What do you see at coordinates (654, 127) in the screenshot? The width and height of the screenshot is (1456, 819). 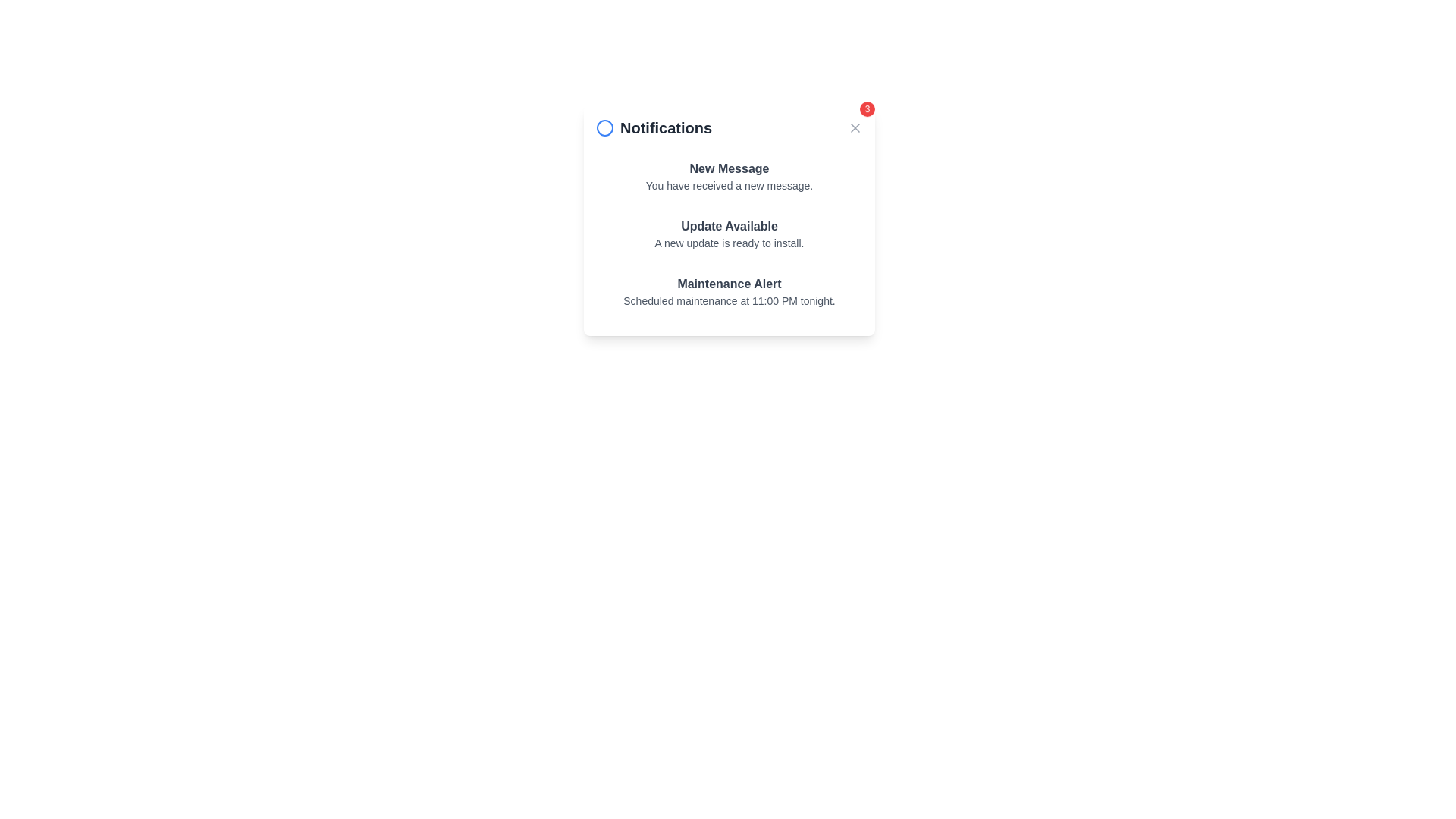 I see `the text label with an associated icon that serves as the title or header for the notification panel, located at the top-left section of the panel` at bounding box center [654, 127].